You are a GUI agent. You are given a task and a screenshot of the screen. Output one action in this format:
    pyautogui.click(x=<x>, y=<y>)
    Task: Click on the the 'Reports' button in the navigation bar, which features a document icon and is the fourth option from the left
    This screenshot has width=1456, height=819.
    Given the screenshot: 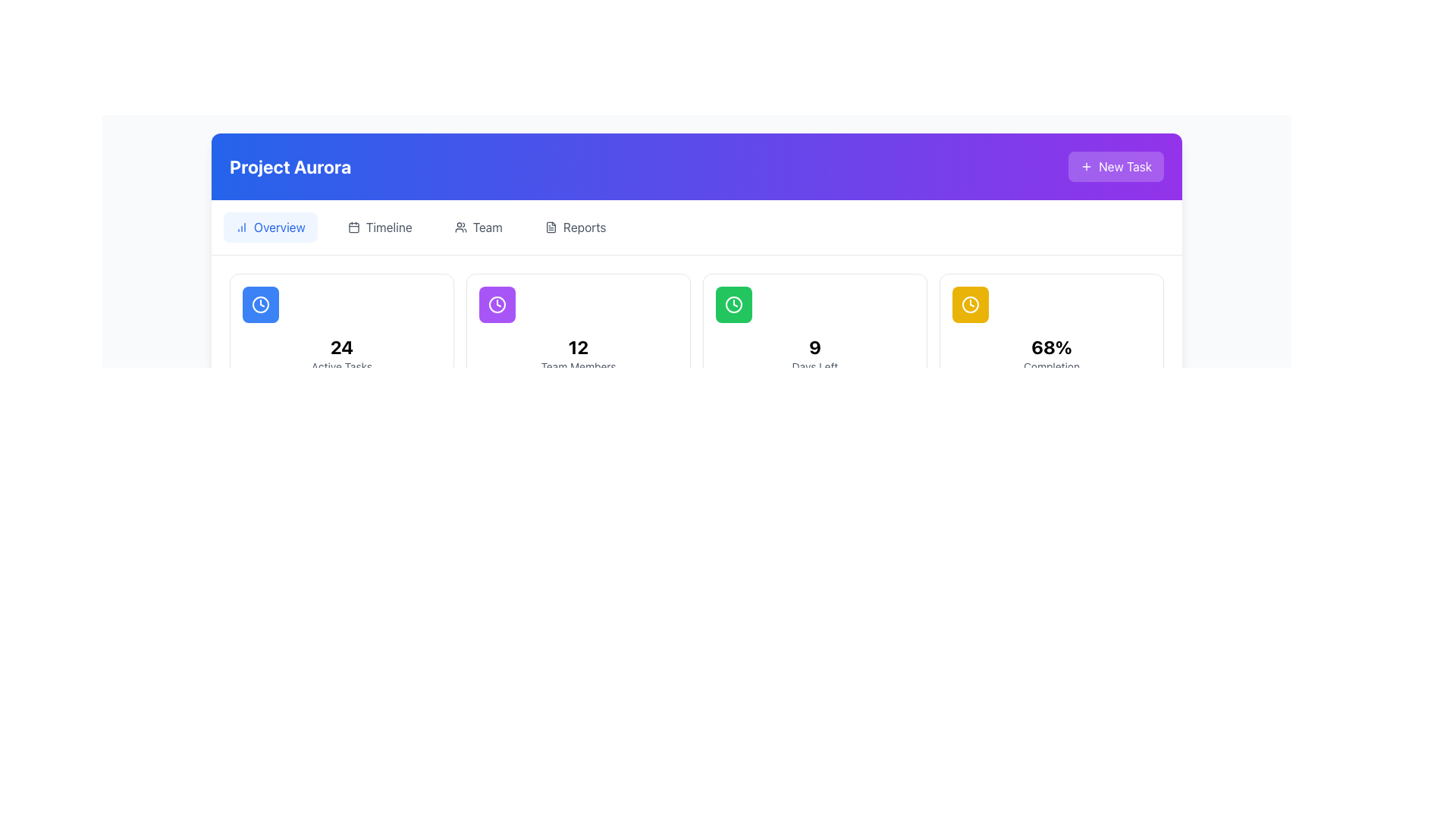 What is the action you would take?
    pyautogui.click(x=575, y=227)
    